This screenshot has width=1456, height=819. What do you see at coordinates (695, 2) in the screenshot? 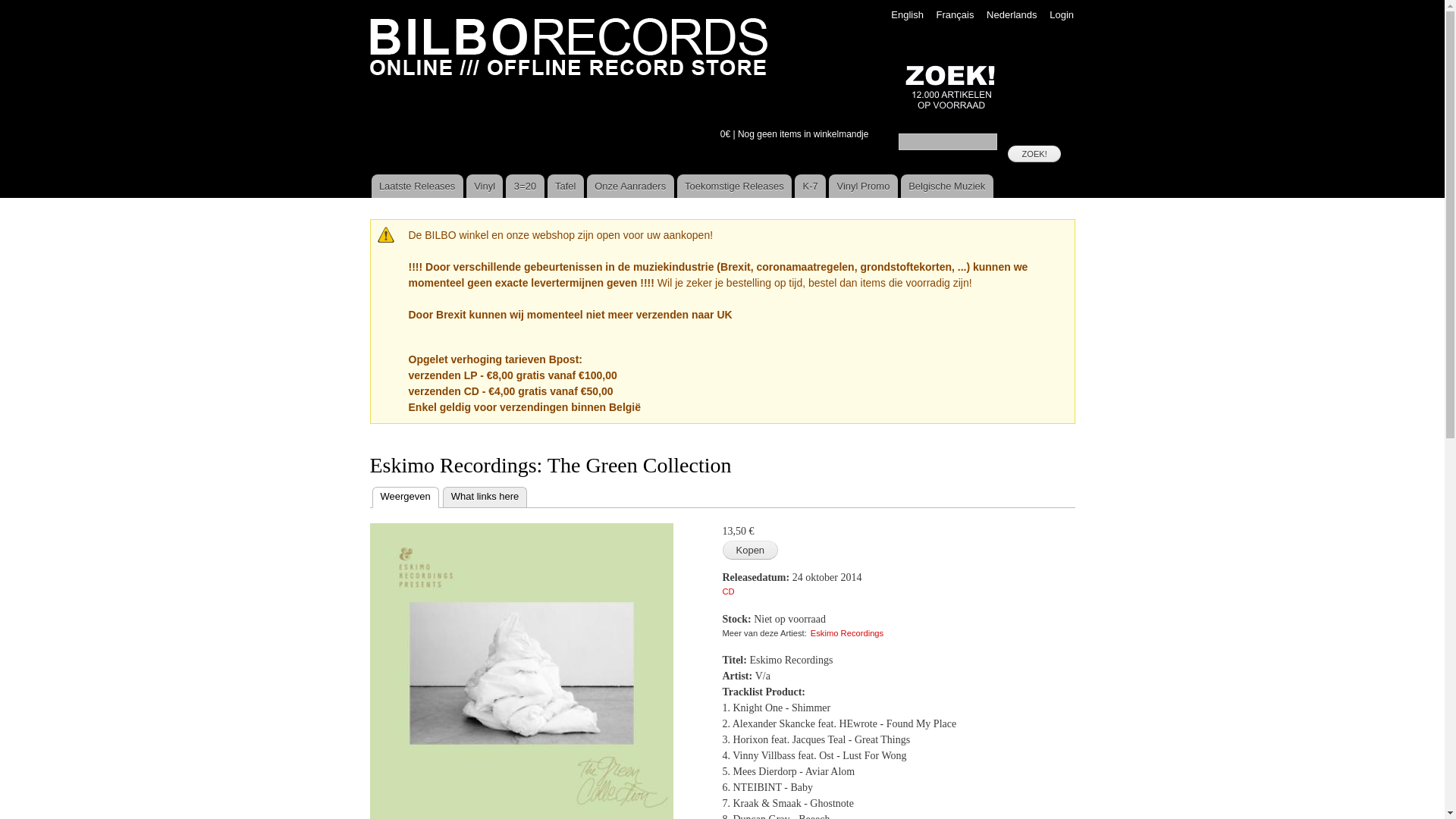
I see `'Overslaan en naar de algemene inhoud gaan'` at bounding box center [695, 2].